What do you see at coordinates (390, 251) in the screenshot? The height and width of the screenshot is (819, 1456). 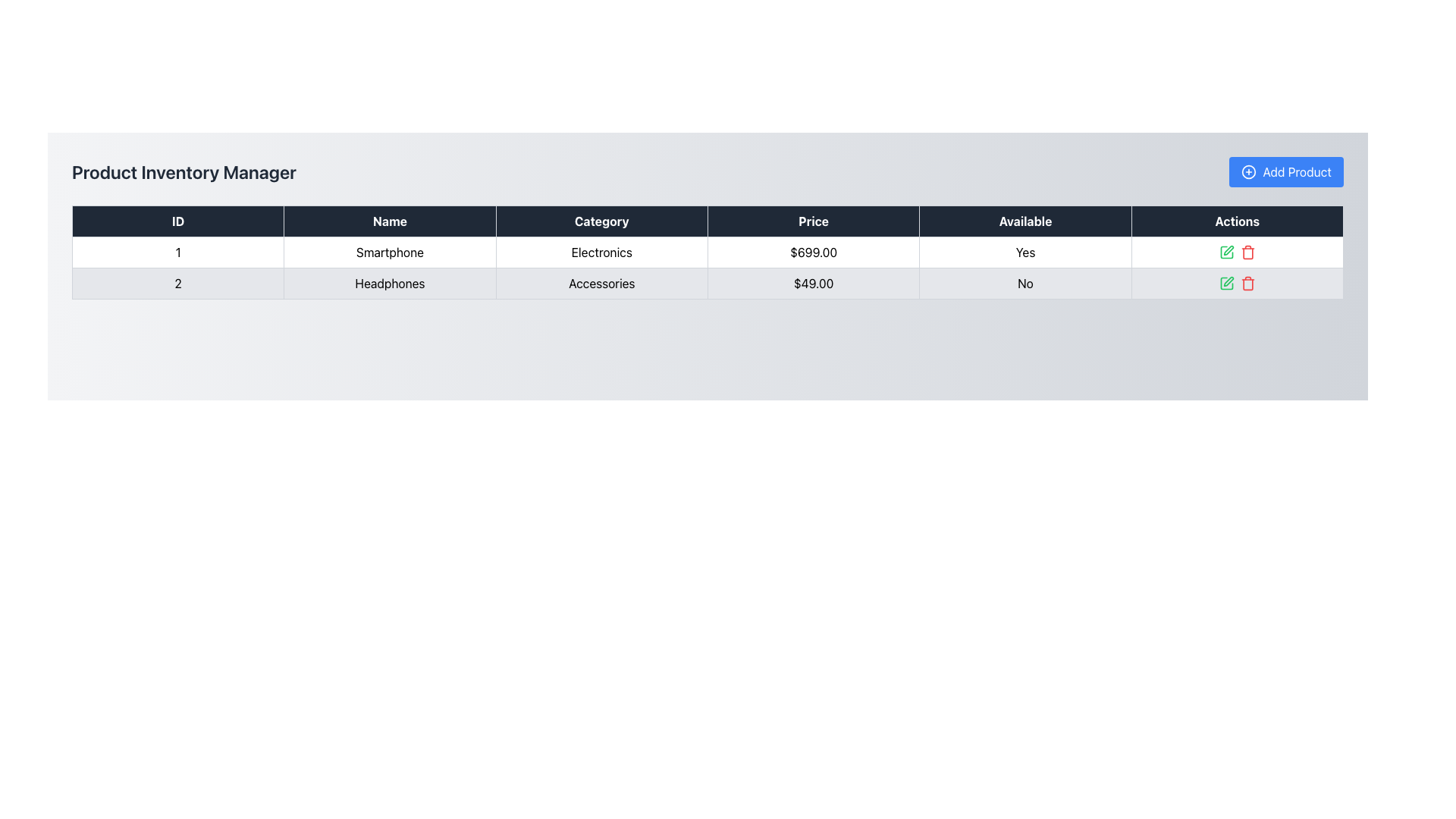 I see `the static text display showing the product's name in the second cell of the row under the 'Name' column in the first data row of the inventory management table` at bounding box center [390, 251].